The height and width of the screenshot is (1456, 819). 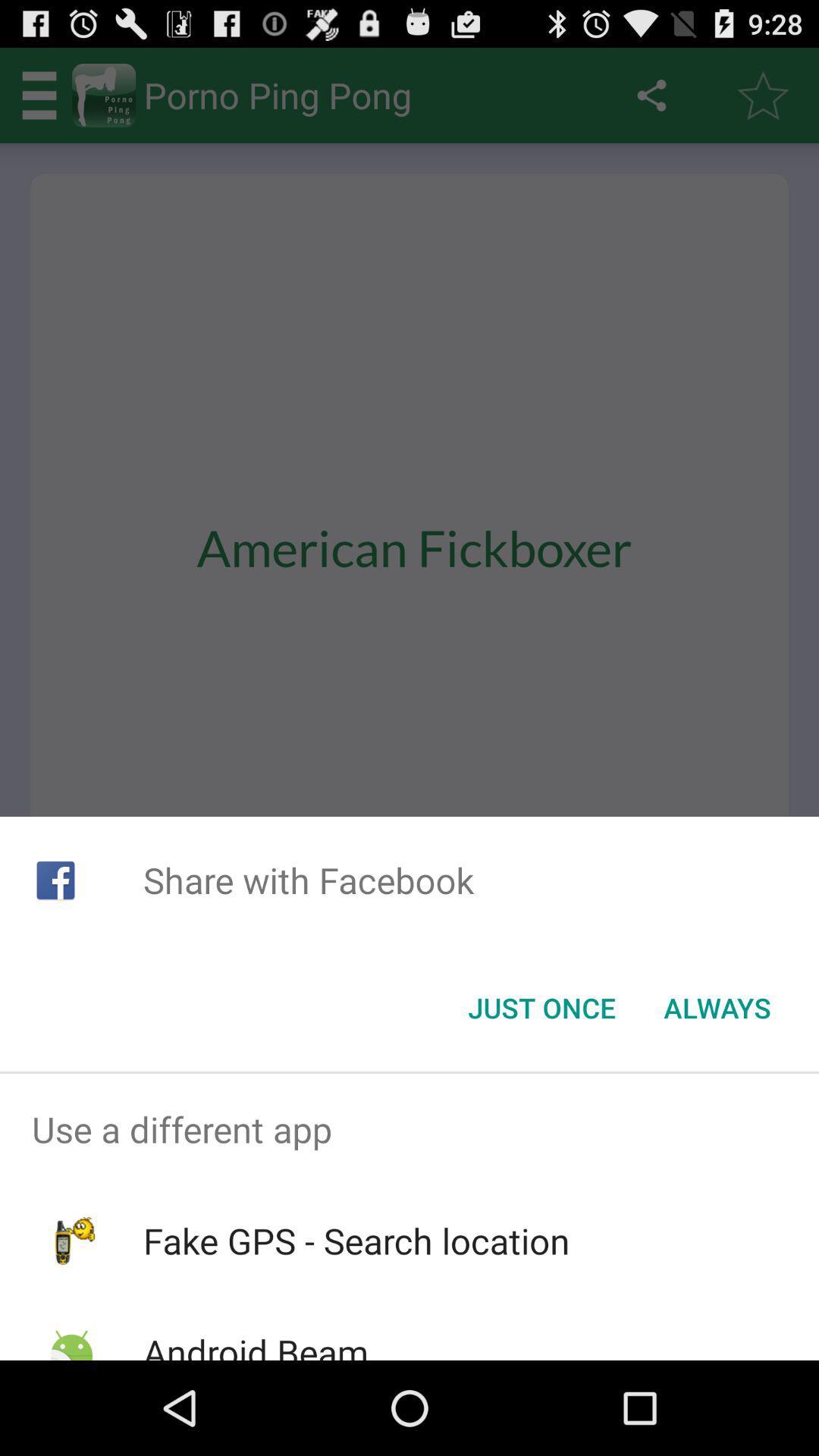 What do you see at coordinates (717, 1008) in the screenshot?
I see `the always button` at bounding box center [717, 1008].